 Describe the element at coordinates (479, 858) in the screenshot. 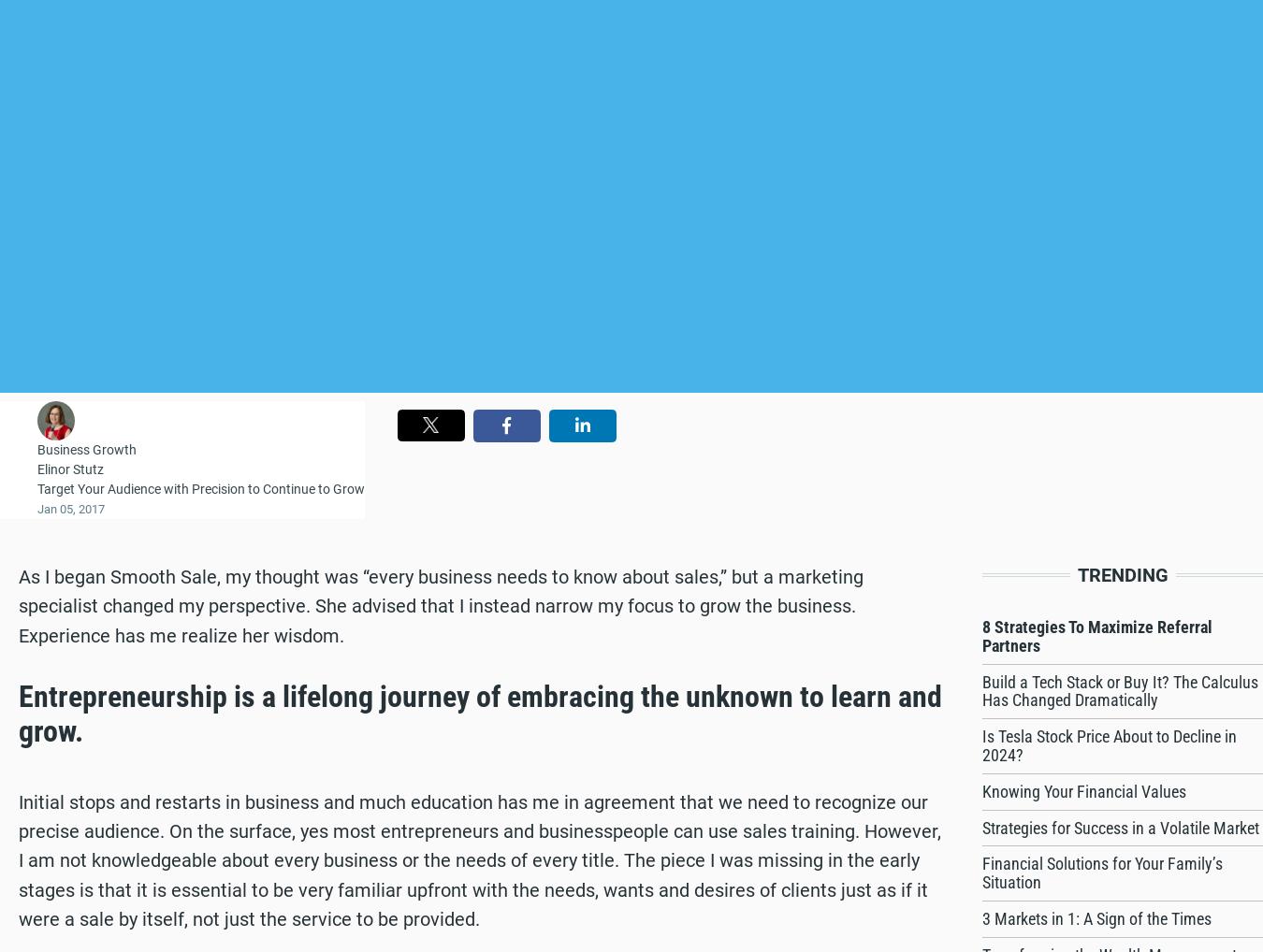

I see `'Initial stops and restarts in business and much education has me in agreement that we need to recognize our precise audience. On the surface, yes most entrepreneurs and businesspeople can use sales training. However, I am not knowledgeable about every business or the needs of every title. The piece I was missing in the early stages is that it is essential to be very familiar upfront with the needs, wants and desires of clients just as if it were a sale by itself, not just the service to be provided.'` at that location.